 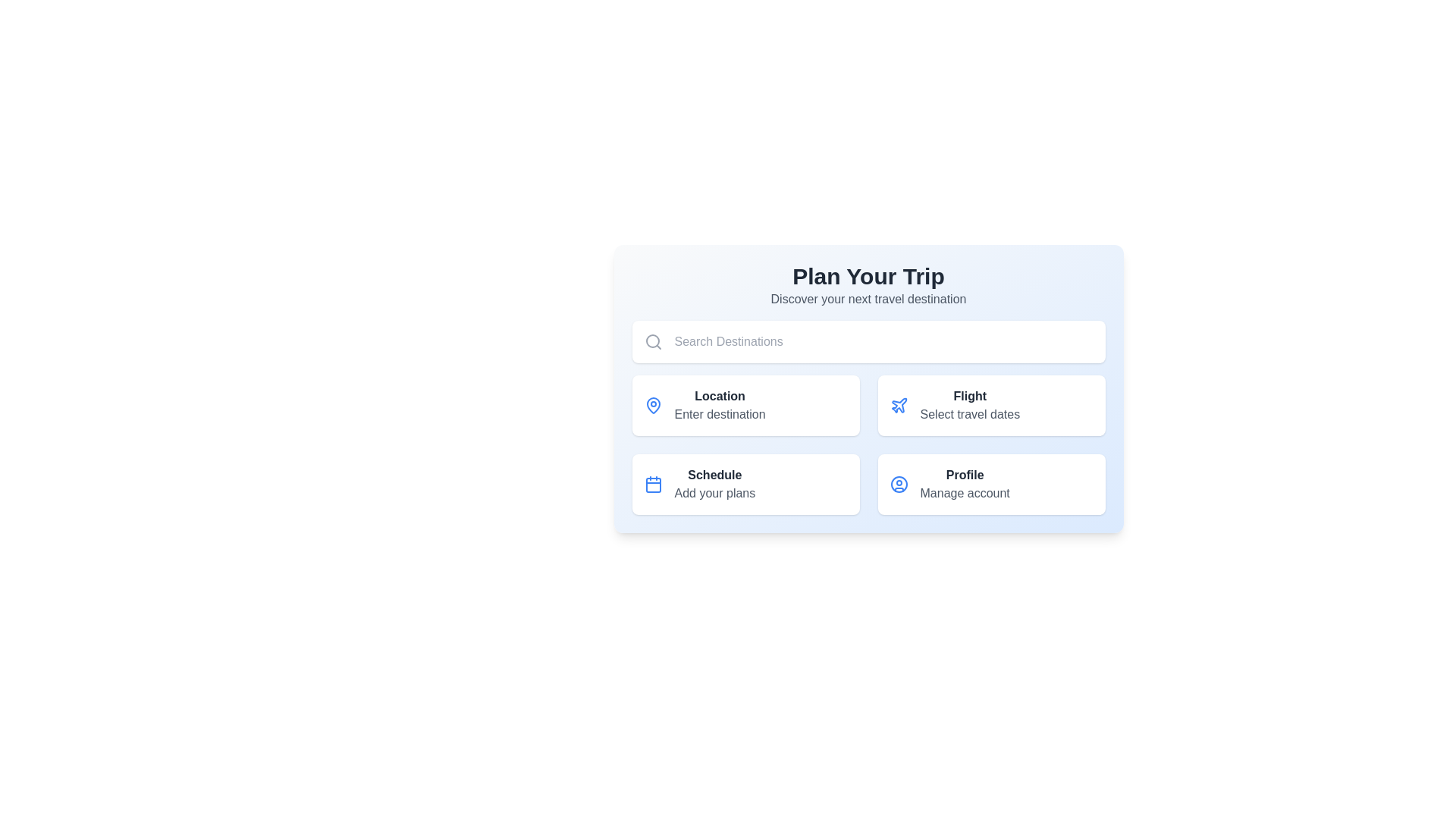 What do you see at coordinates (991, 405) in the screenshot?
I see `the flight selection Card element located in the upper right of the section containing four cards, specifically in the second column of the first row to initiate flight selection` at bounding box center [991, 405].